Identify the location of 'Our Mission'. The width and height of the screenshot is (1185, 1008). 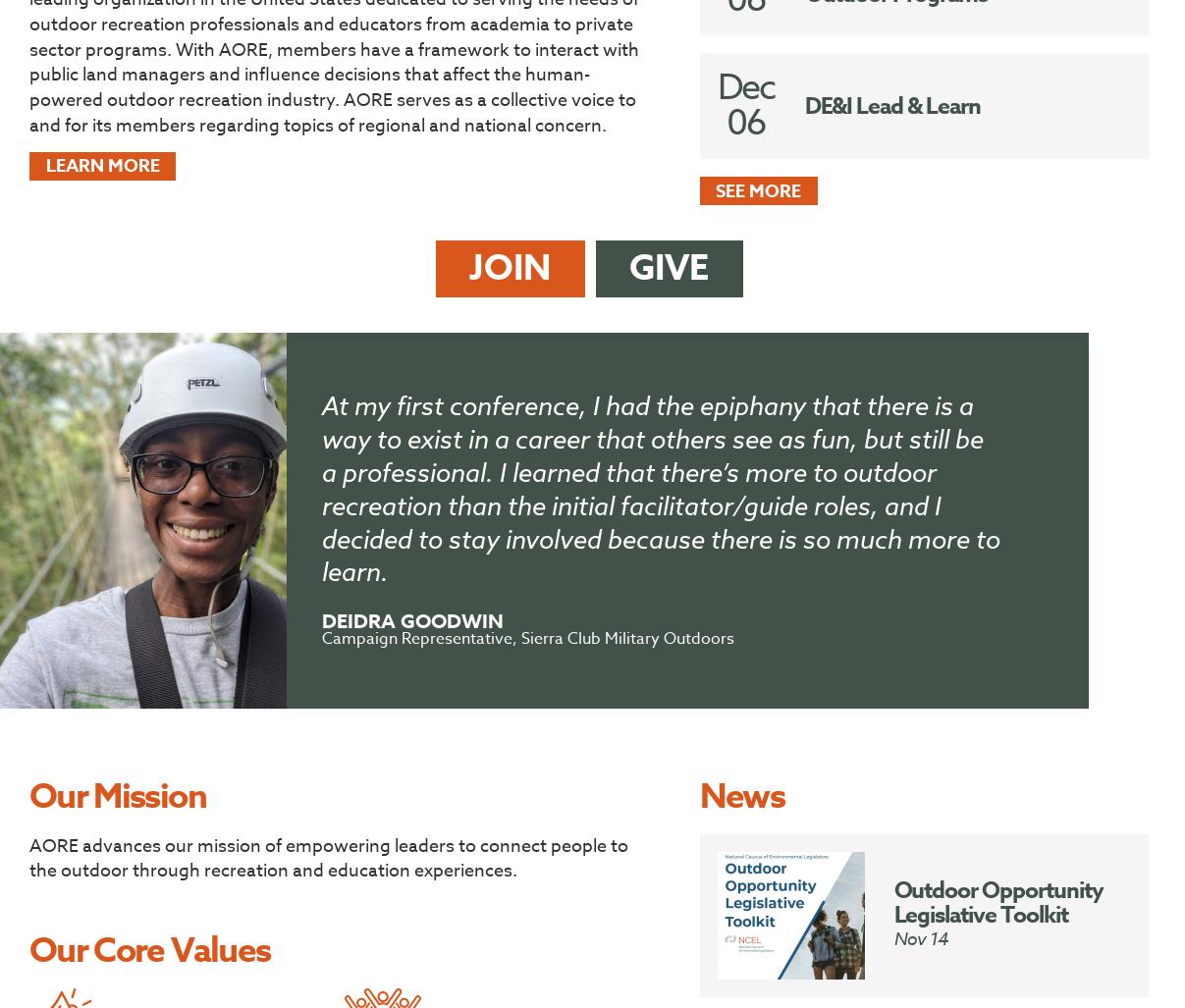
(116, 796).